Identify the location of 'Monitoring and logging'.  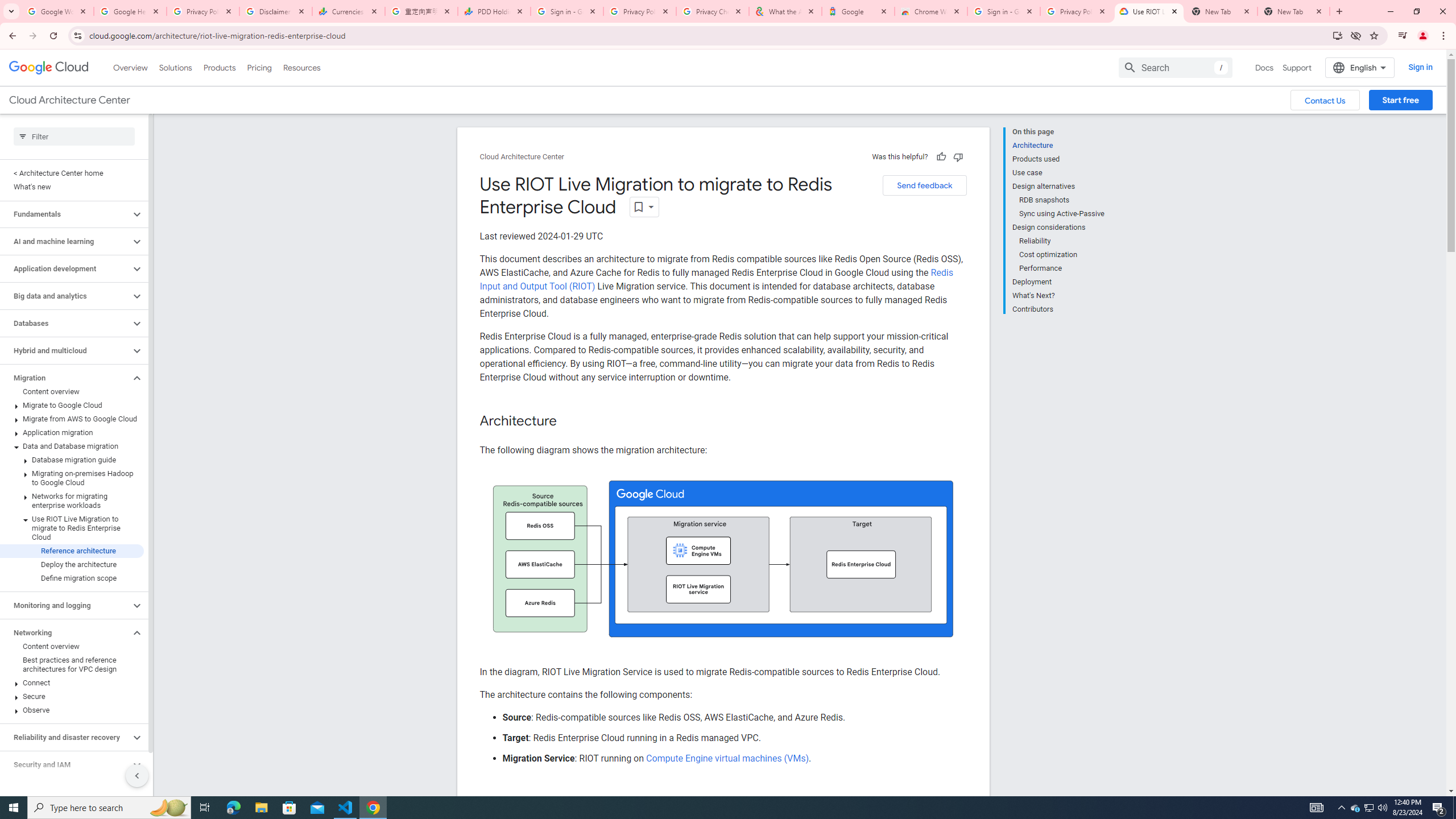
(64, 605).